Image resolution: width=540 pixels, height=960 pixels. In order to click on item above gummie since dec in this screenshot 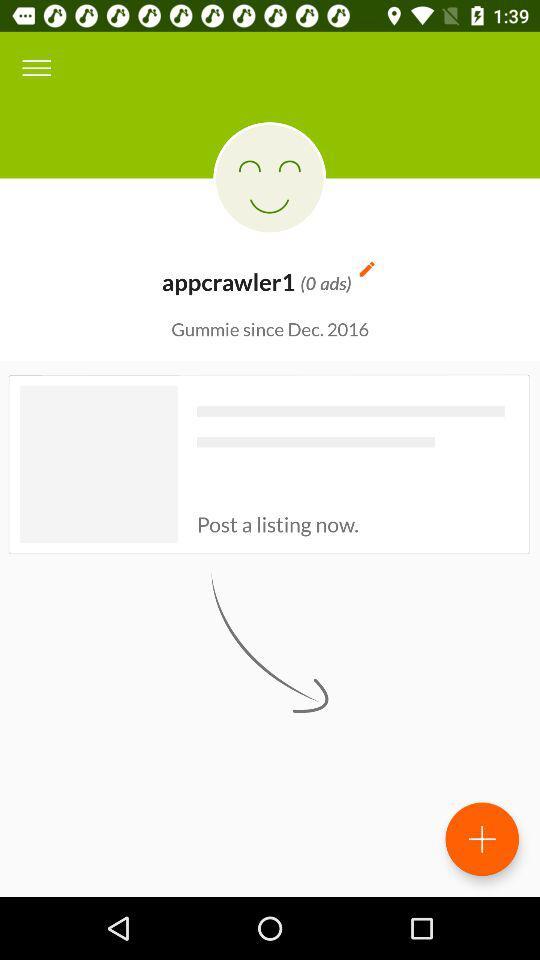, I will do `click(36, 68)`.